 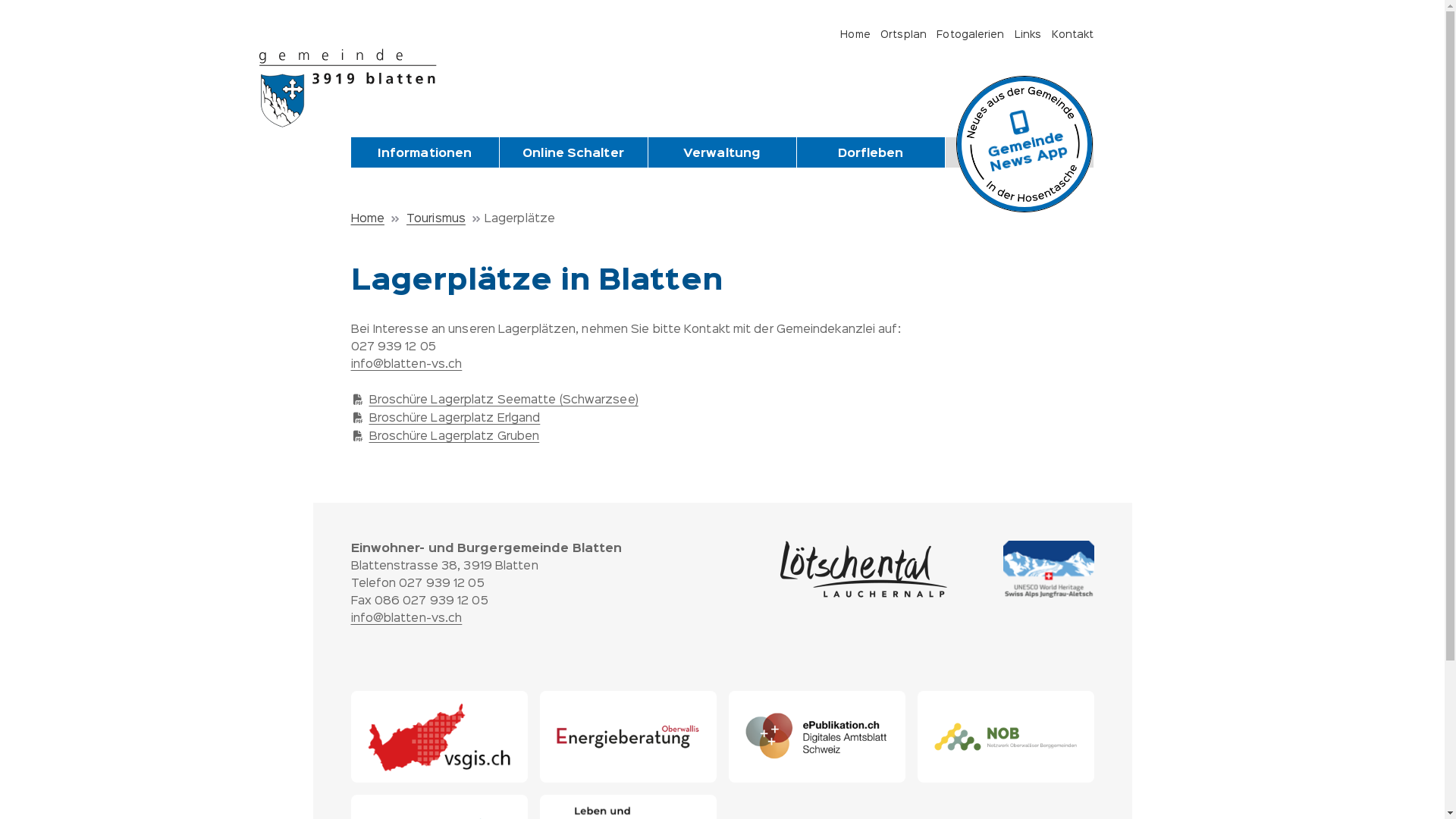 I want to click on 'info@blatten-vs.ch', so click(x=349, y=619).